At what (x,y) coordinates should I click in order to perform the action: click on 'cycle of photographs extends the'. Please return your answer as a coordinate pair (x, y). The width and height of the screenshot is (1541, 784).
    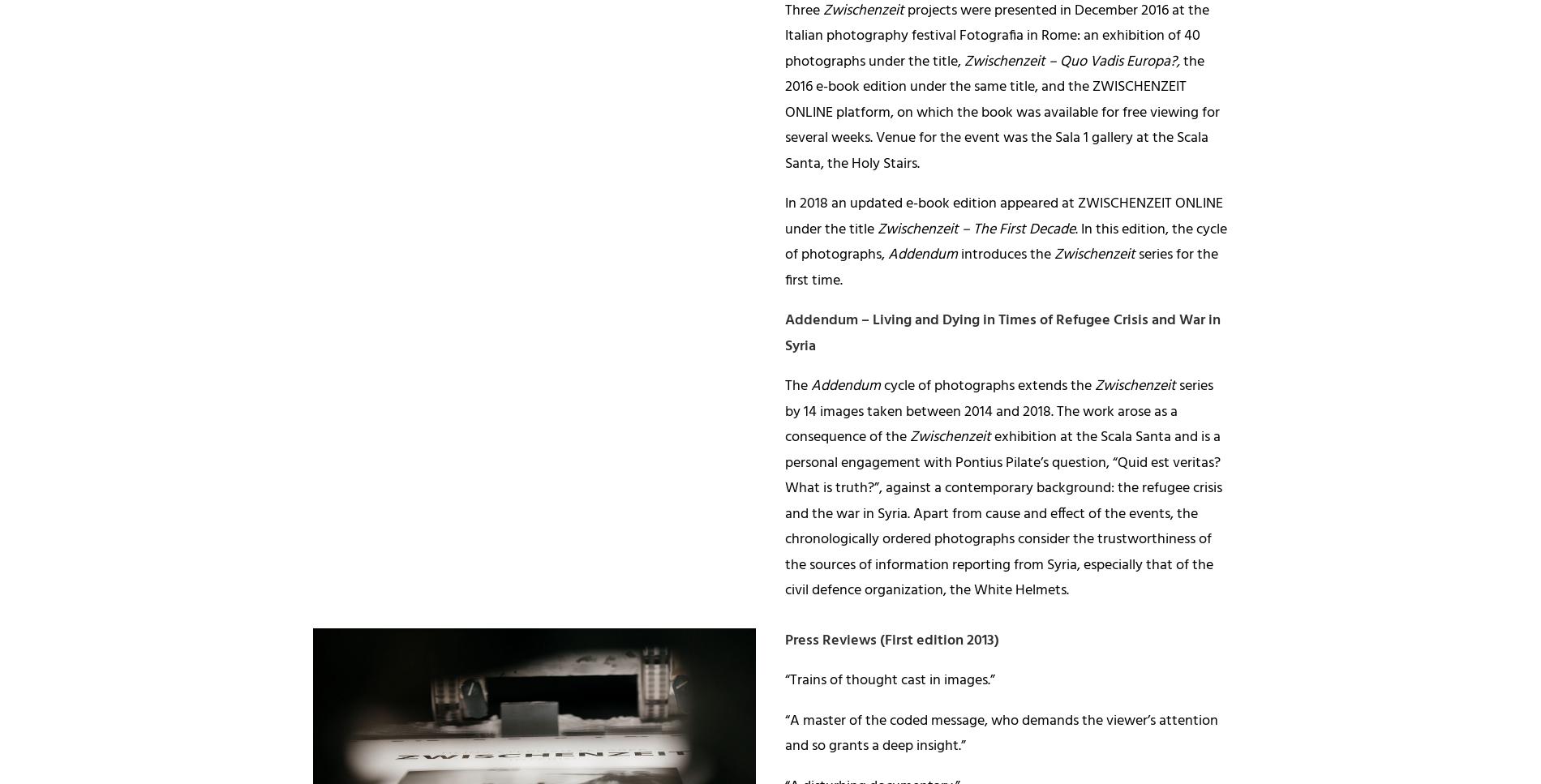
    Looking at the image, I should click on (987, 386).